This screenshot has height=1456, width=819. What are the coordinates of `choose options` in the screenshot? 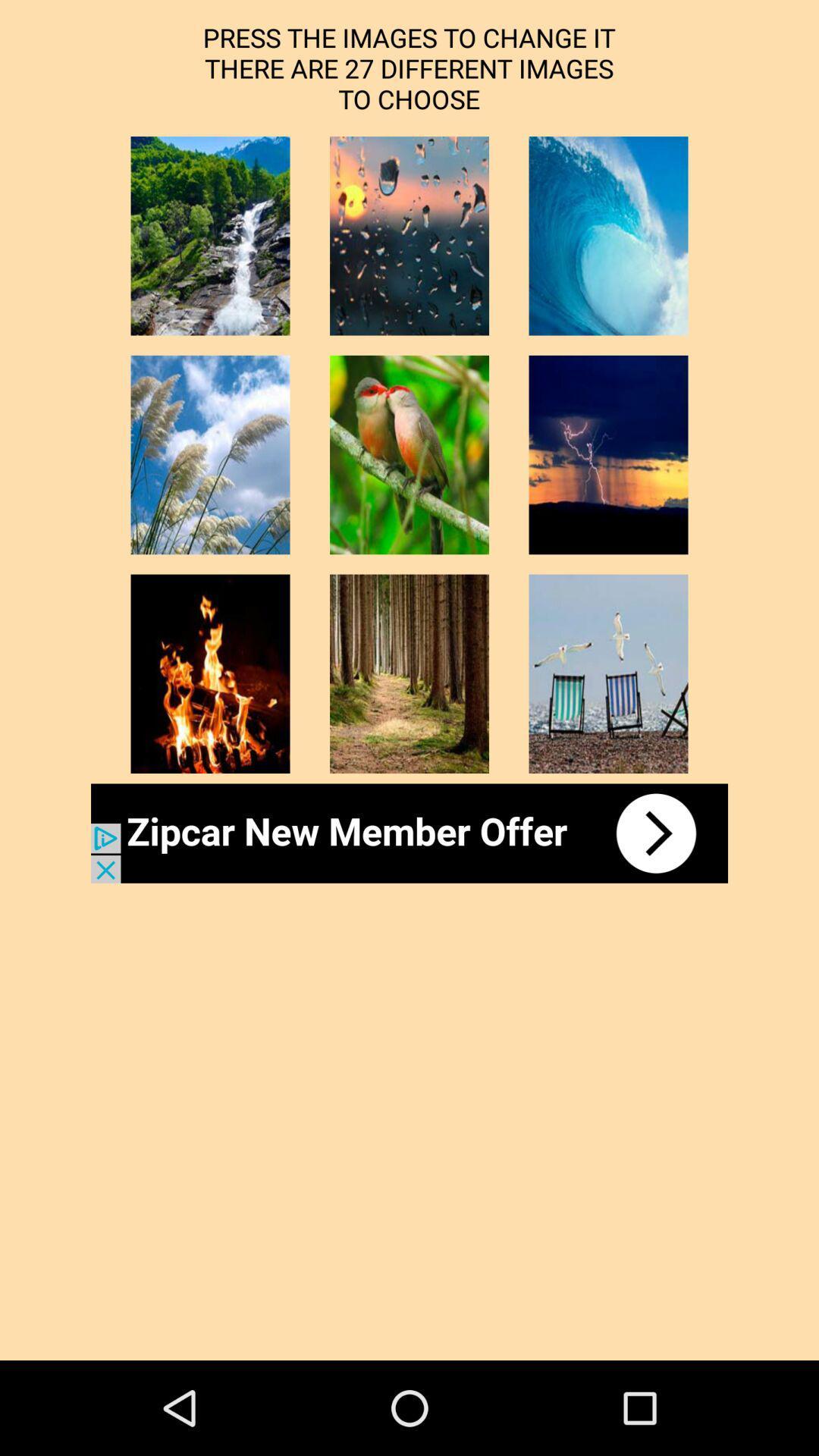 It's located at (210, 673).